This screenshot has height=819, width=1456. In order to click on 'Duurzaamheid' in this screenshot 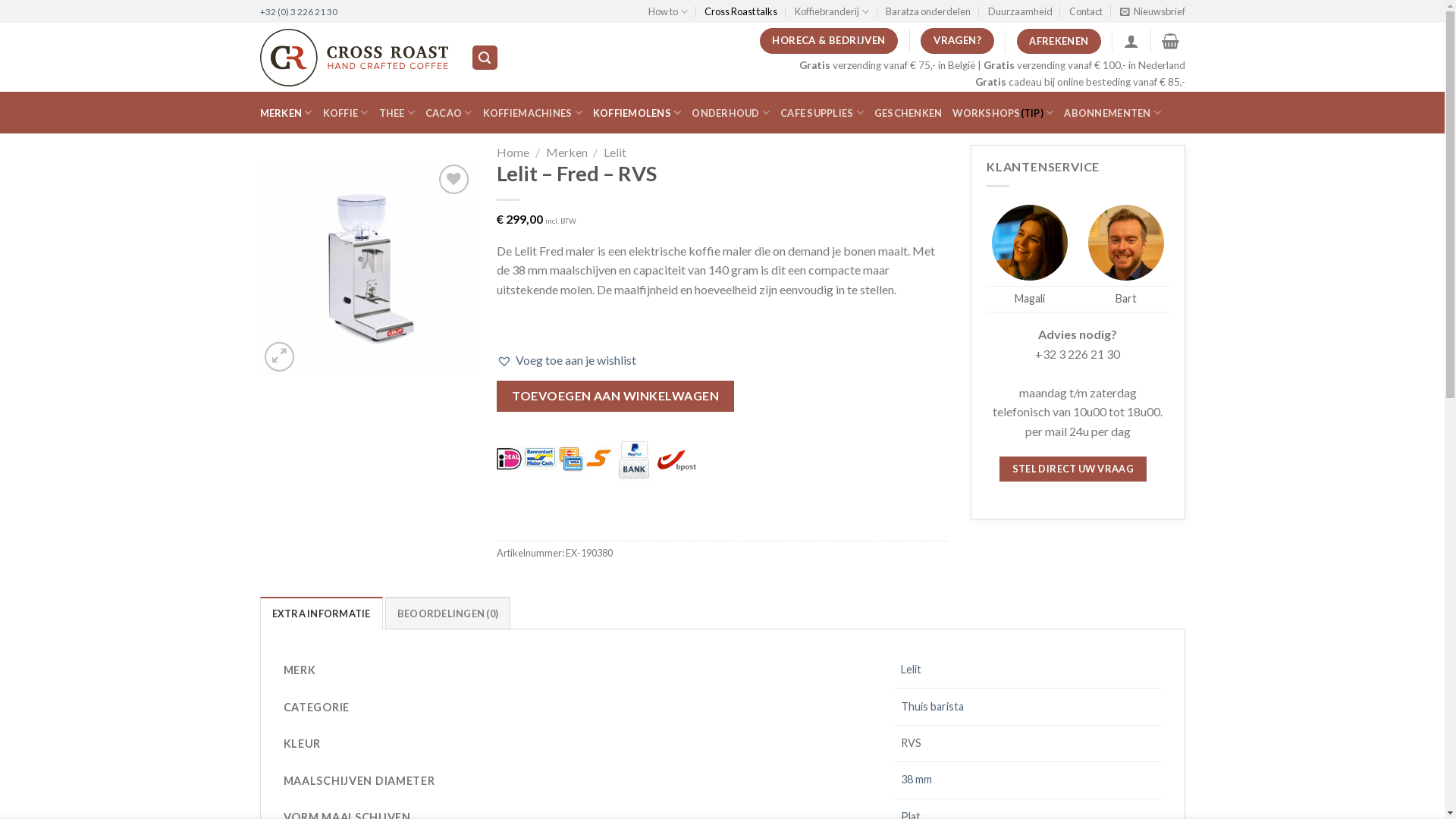, I will do `click(1020, 11)`.